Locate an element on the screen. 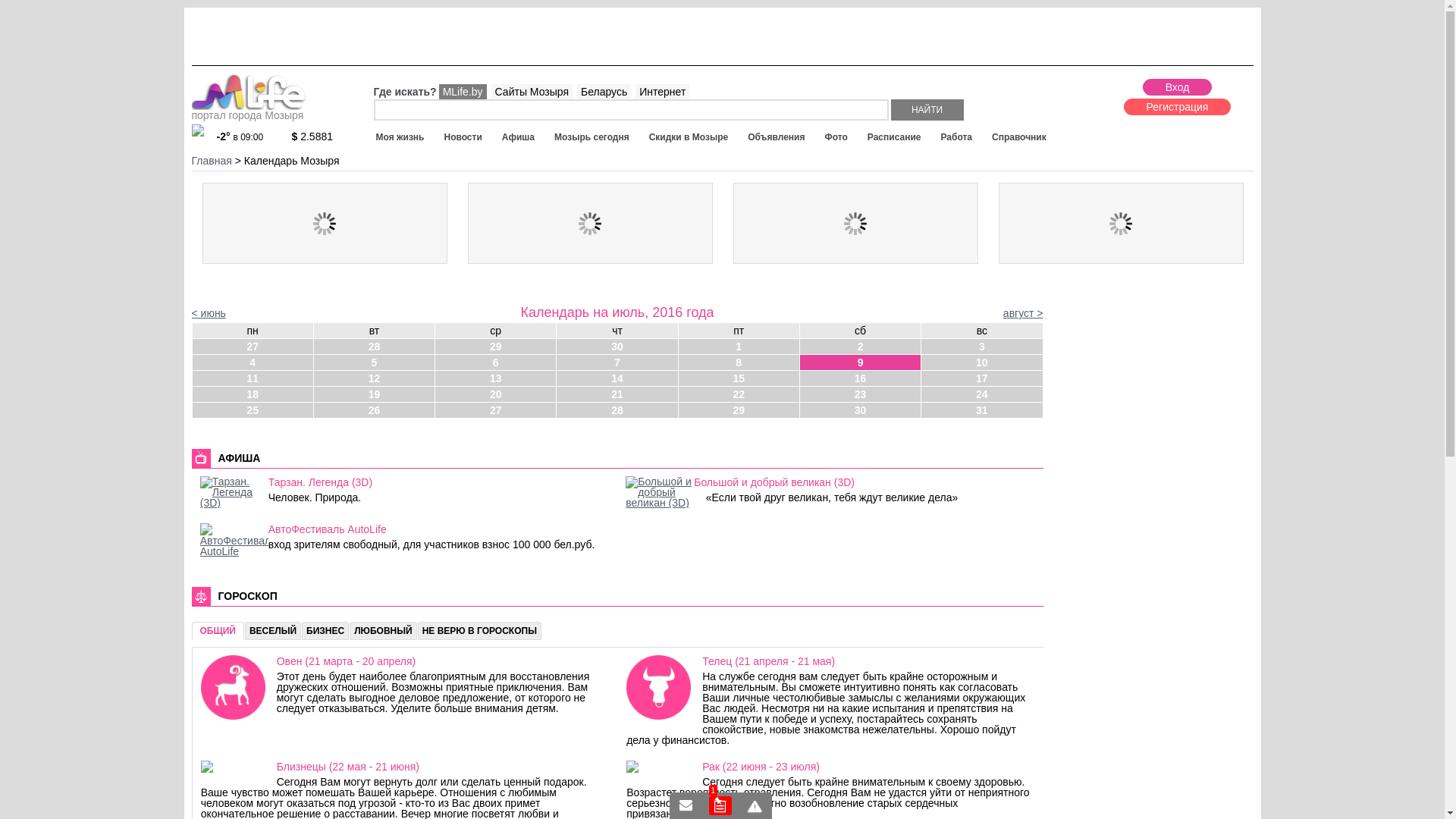 The height and width of the screenshot is (819, 1456). '12' is located at coordinates (312, 377).